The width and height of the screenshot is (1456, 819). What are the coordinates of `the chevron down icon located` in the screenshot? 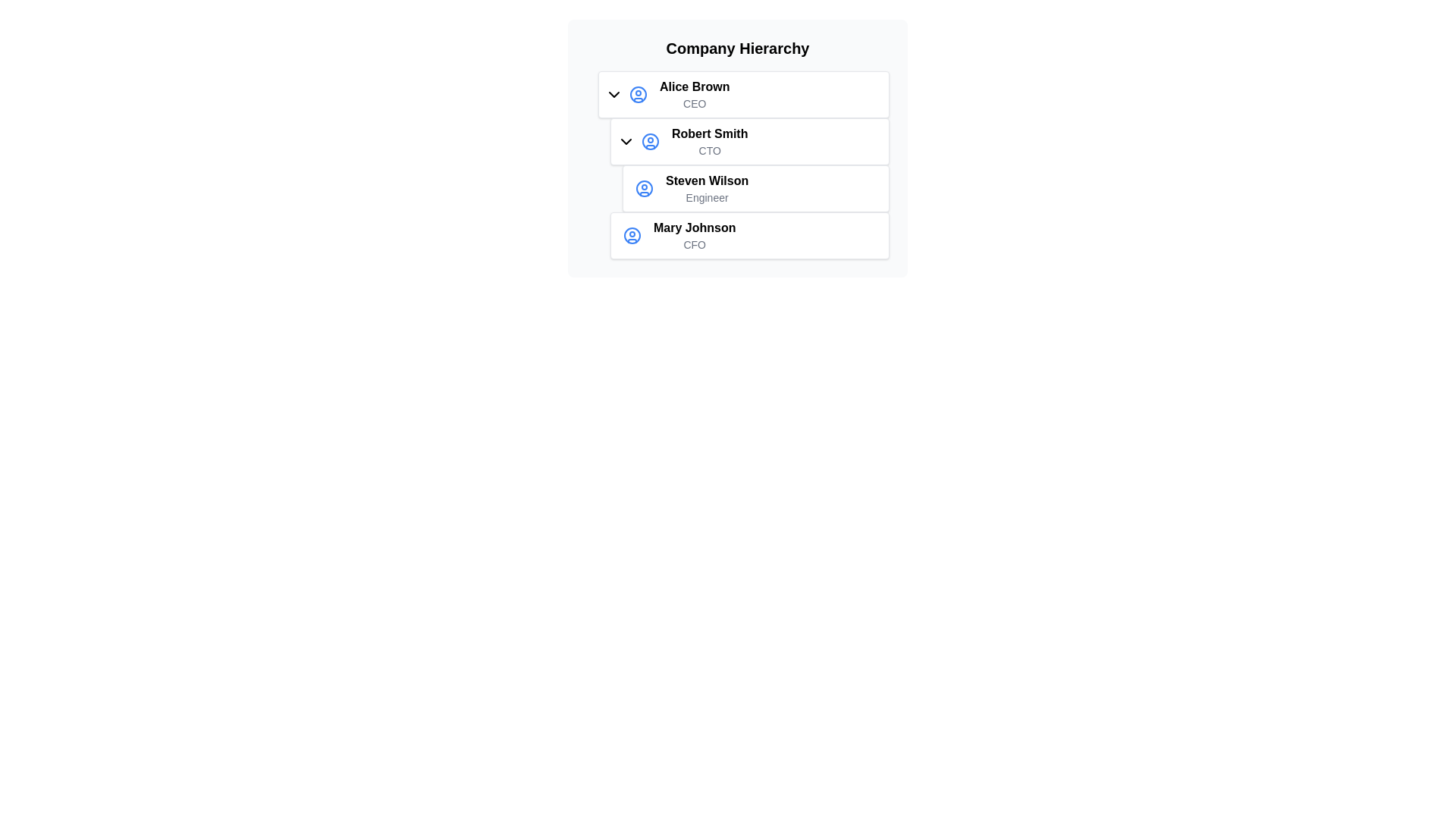 It's located at (626, 141).